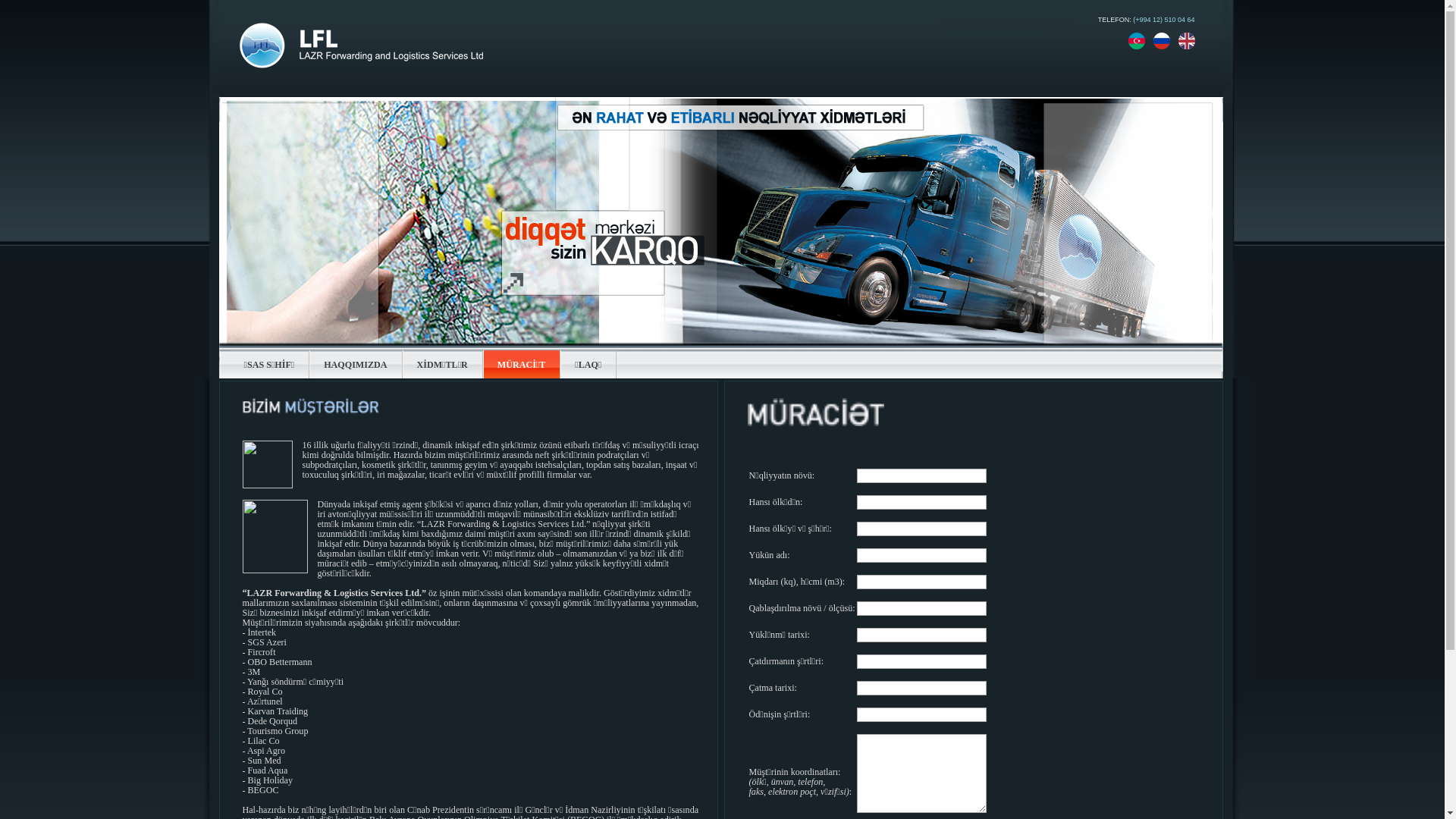  What do you see at coordinates (355, 364) in the screenshot?
I see `'HAQQIMIZDA'` at bounding box center [355, 364].